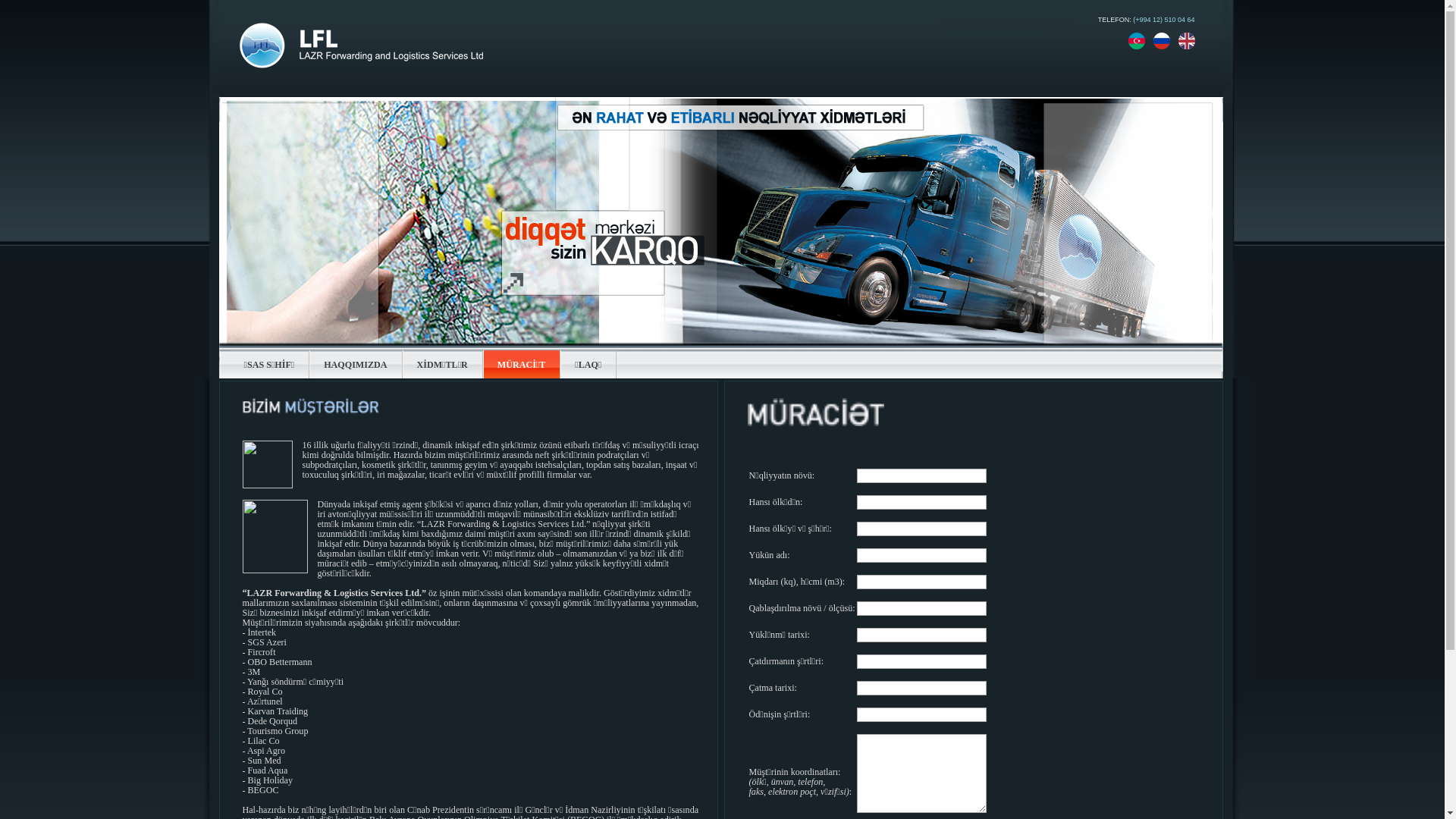  What do you see at coordinates (355, 364) in the screenshot?
I see `'HAQQIMIZDA'` at bounding box center [355, 364].